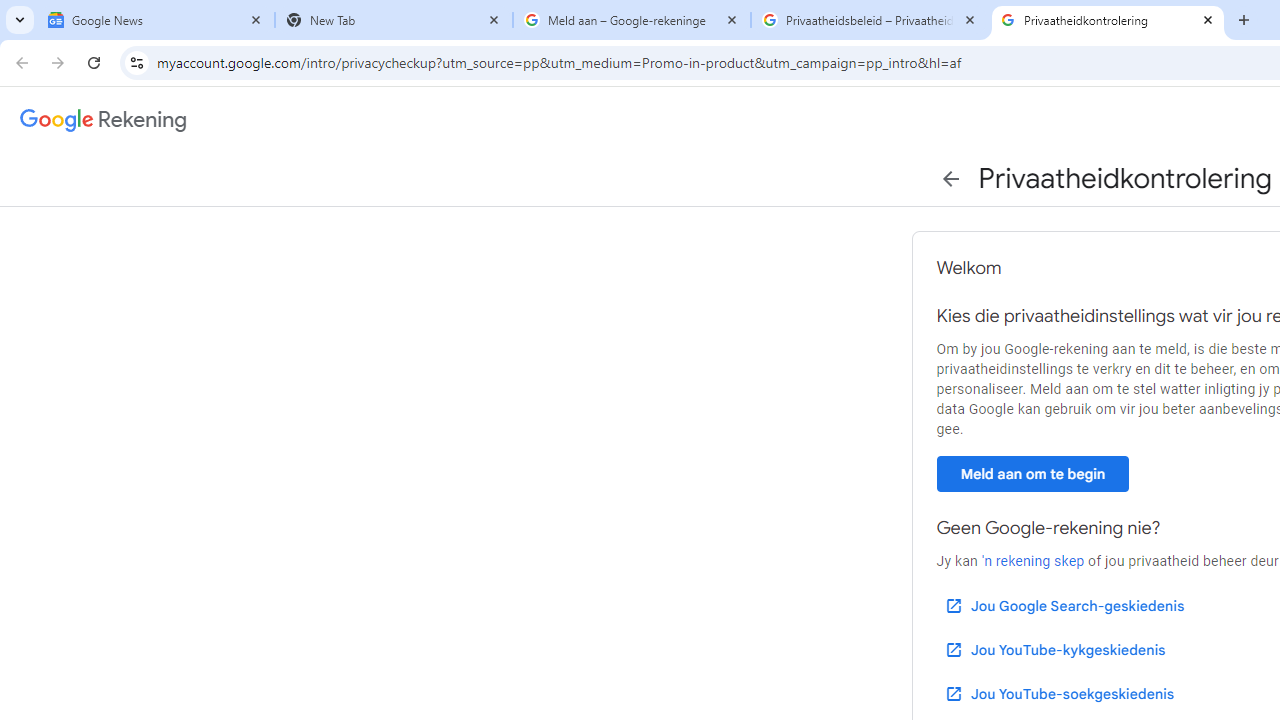 The image size is (1280, 720). Describe the element at coordinates (394, 20) in the screenshot. I see `'New Tab'` at that location.